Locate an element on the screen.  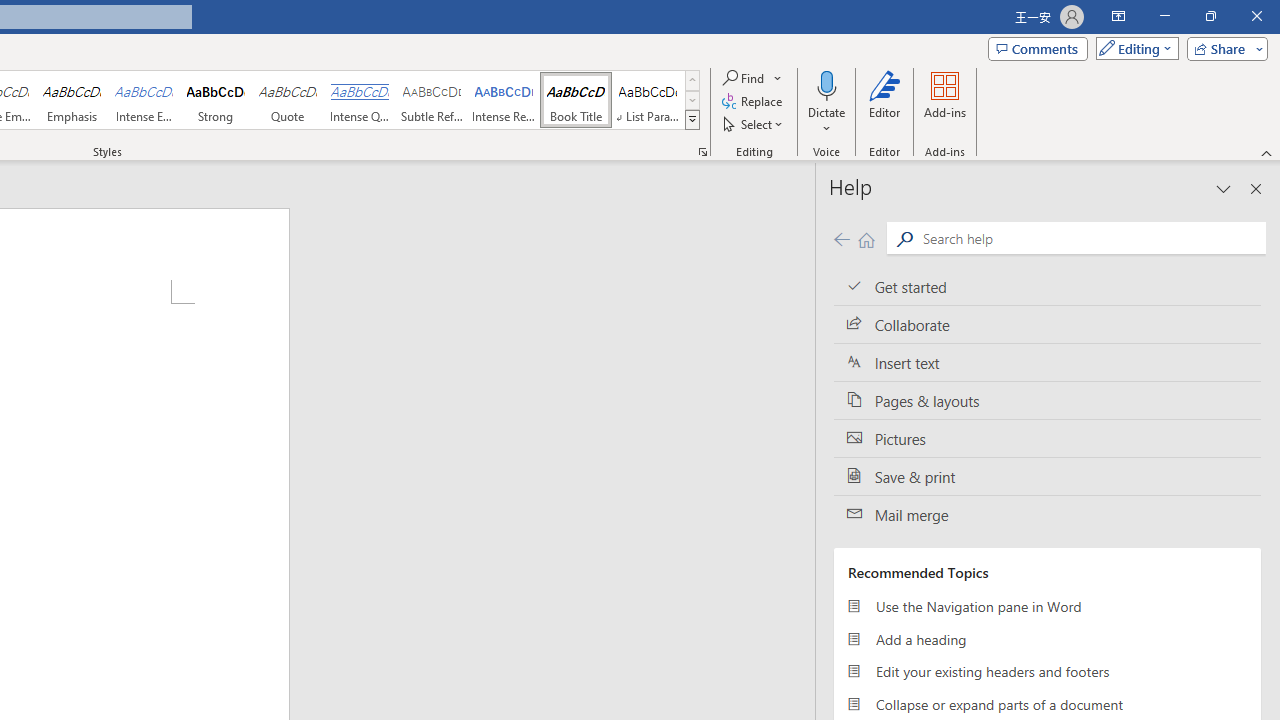
'Styles...' is located at coordinates (702, 150).